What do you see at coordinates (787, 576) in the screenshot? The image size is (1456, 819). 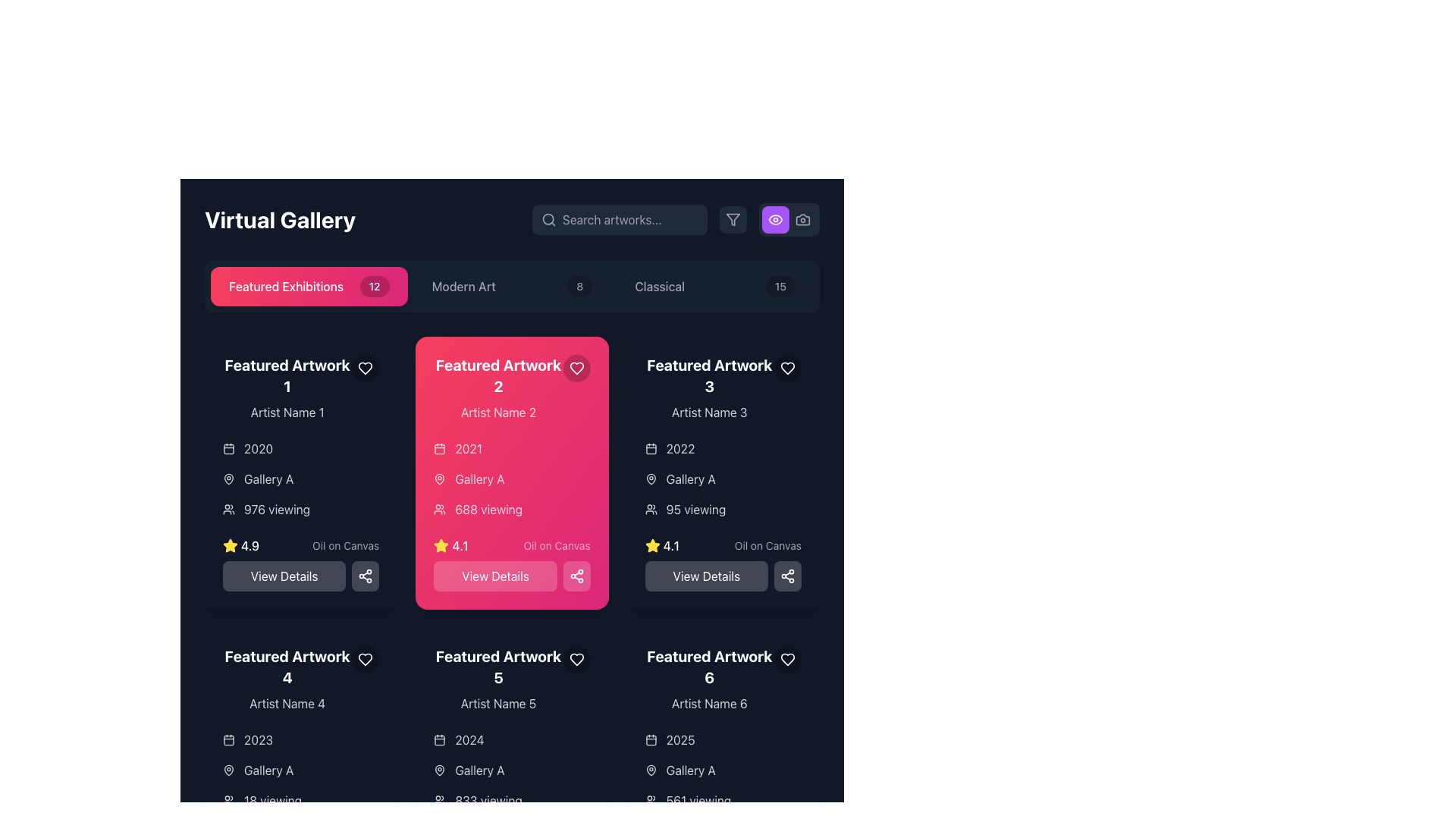 I see `the Share Icon, which is a connection diagram with three circles joined by lines, displayed in white on a dark background, located in the bottom-right corner of the third artwork card` at bounding box center [787, 576].